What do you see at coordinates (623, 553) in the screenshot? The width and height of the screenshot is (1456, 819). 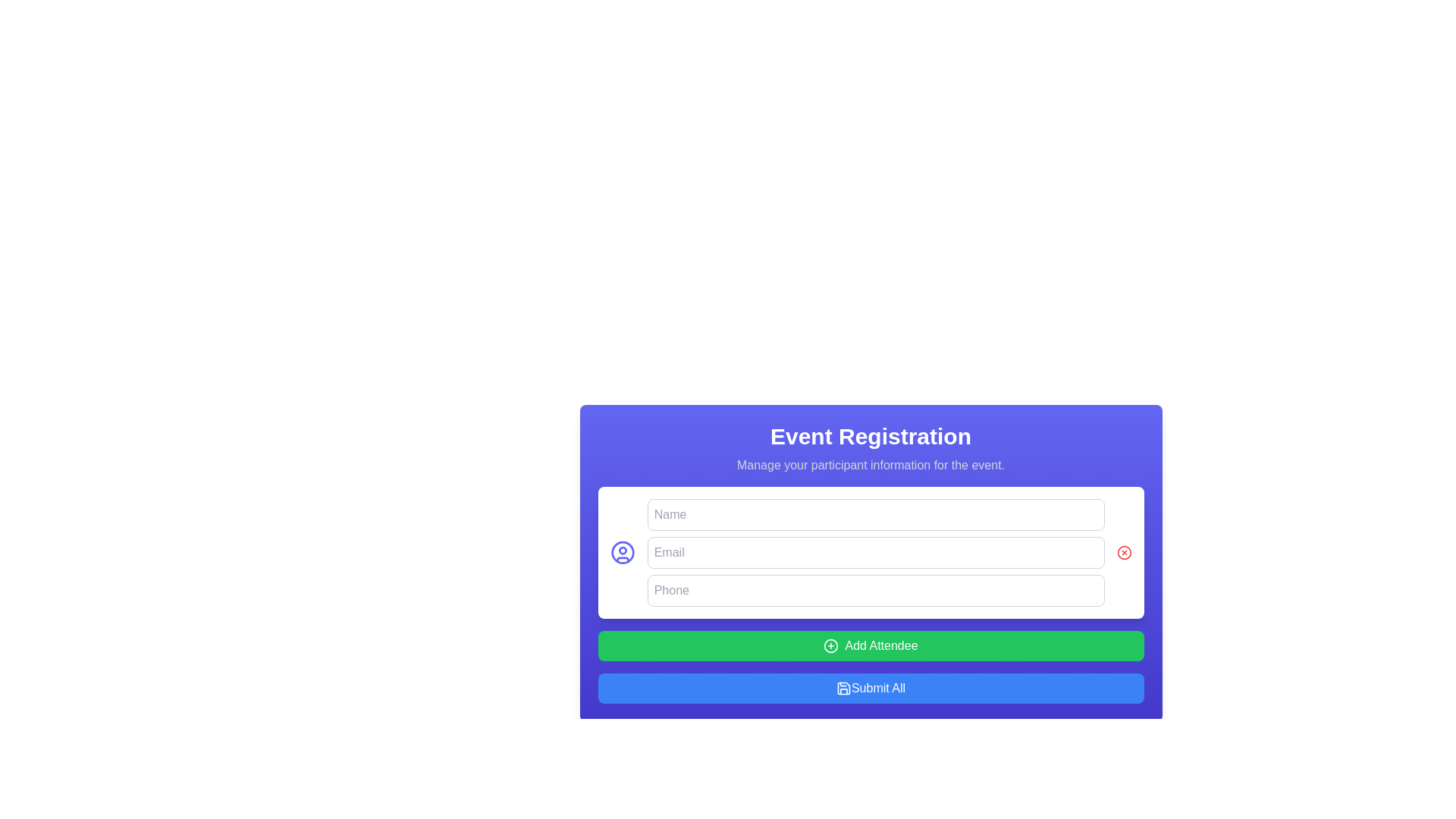 I see `the circular graphical element located on the left side of the form input fields section, aligned vertically with the 'Name' input field` at bounding box center [623, 553].